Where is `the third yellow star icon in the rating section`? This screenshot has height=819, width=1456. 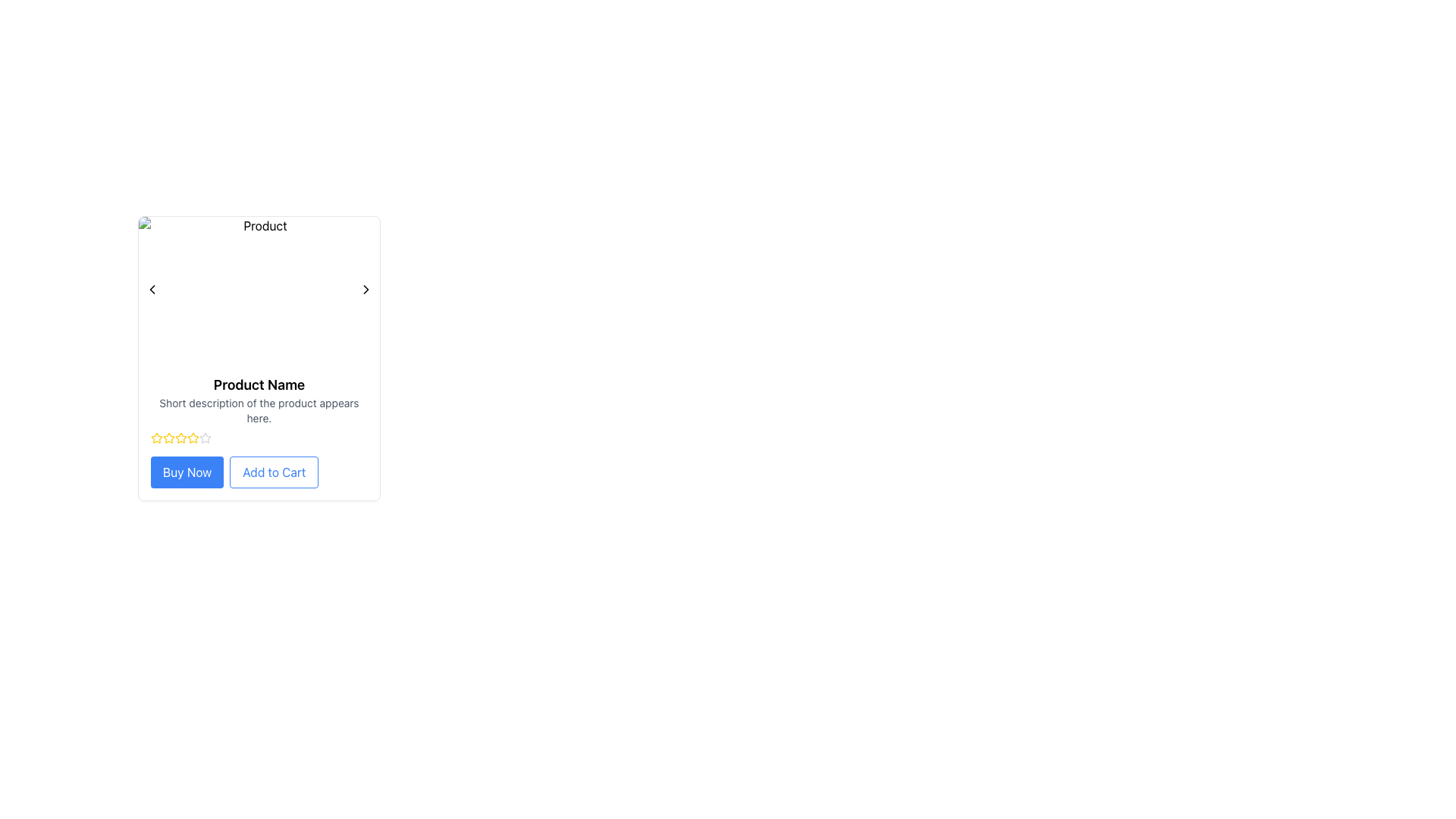
the third yellow star icon in the rating section is located at coordinates (168, 438).